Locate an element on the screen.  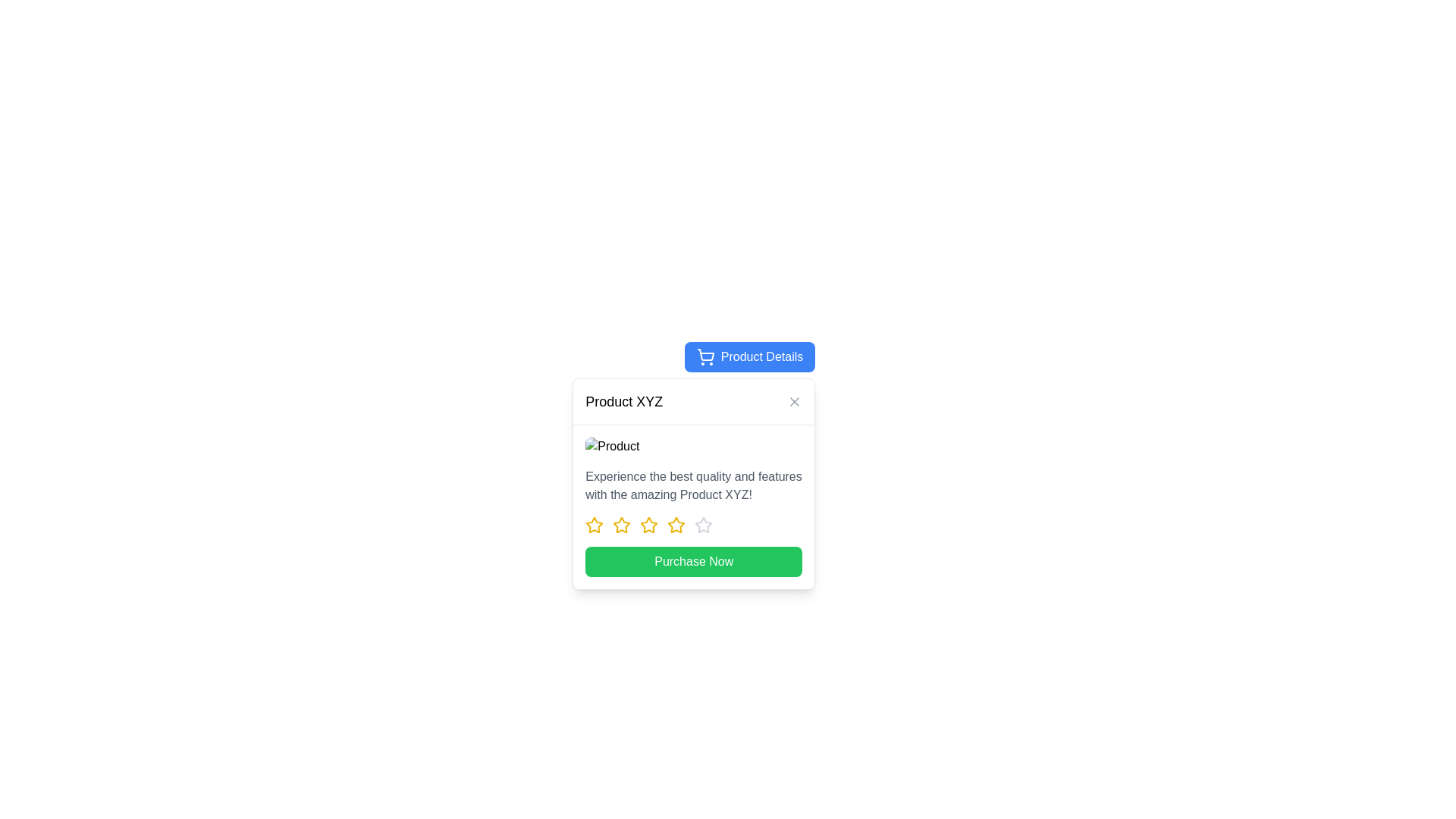
the first star rating icon to indicate a one-star rating for the product, which is positioned above the 'Purchase Now' button and below the product description is located at coordinates (594, 525).